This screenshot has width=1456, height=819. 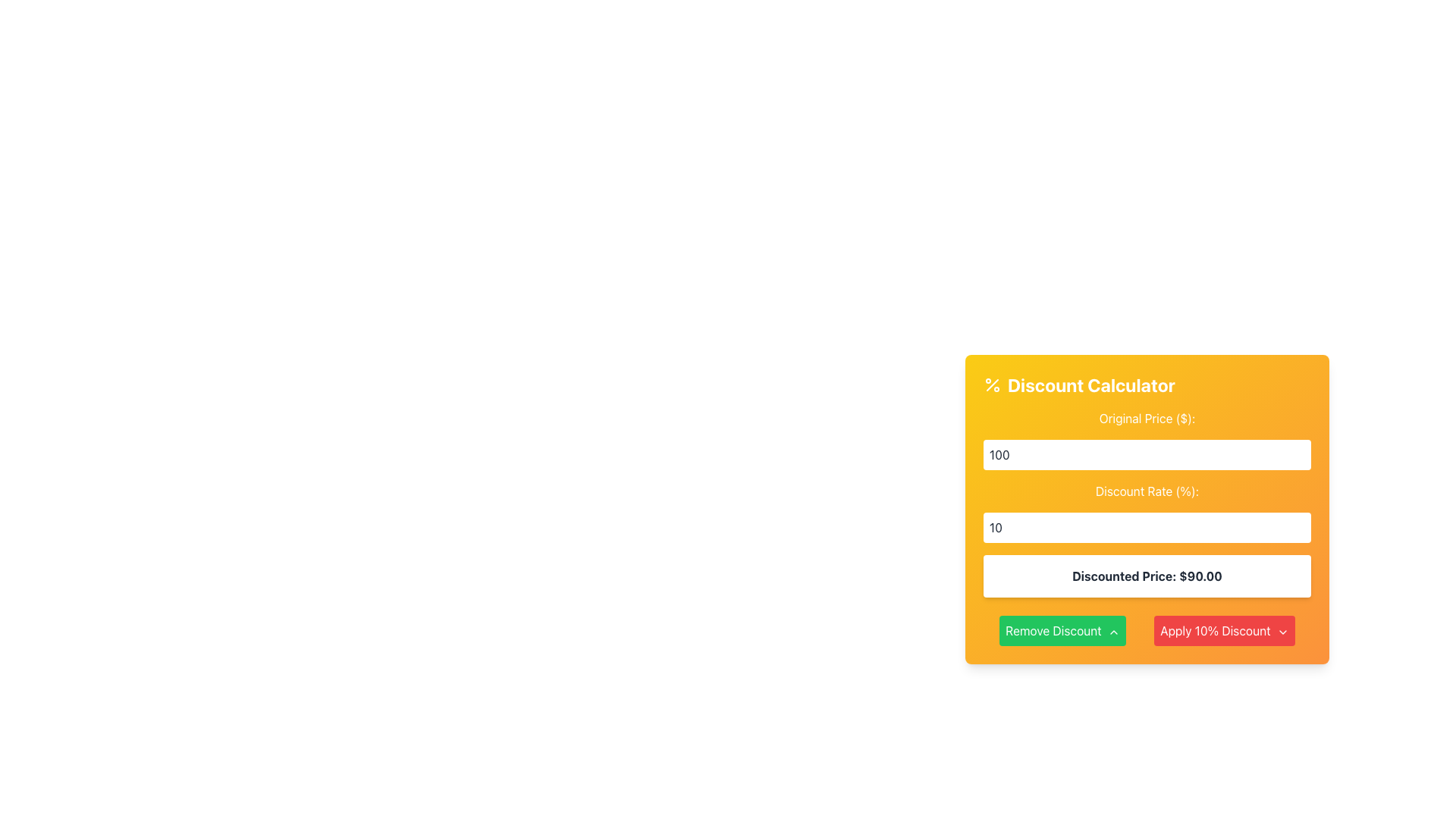 I want to click on the text label displaying the calculated discounted price located above the 'Remove Discount' and 'Apply 10% Discount' buttons, so click(x=1147, y=576).